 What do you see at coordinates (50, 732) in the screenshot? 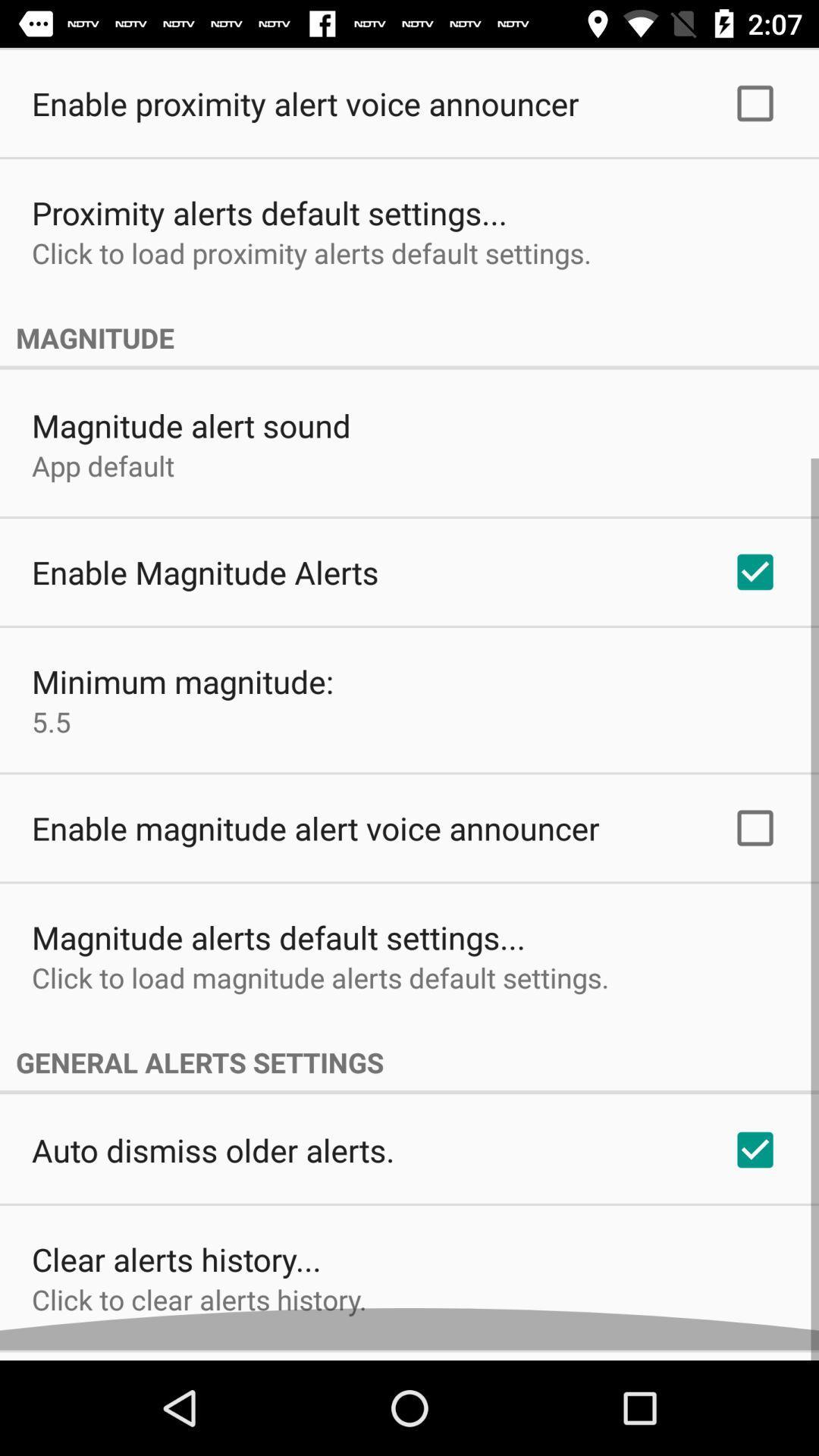
I see `the 5.5 icon` at bounding box center [50, 732].